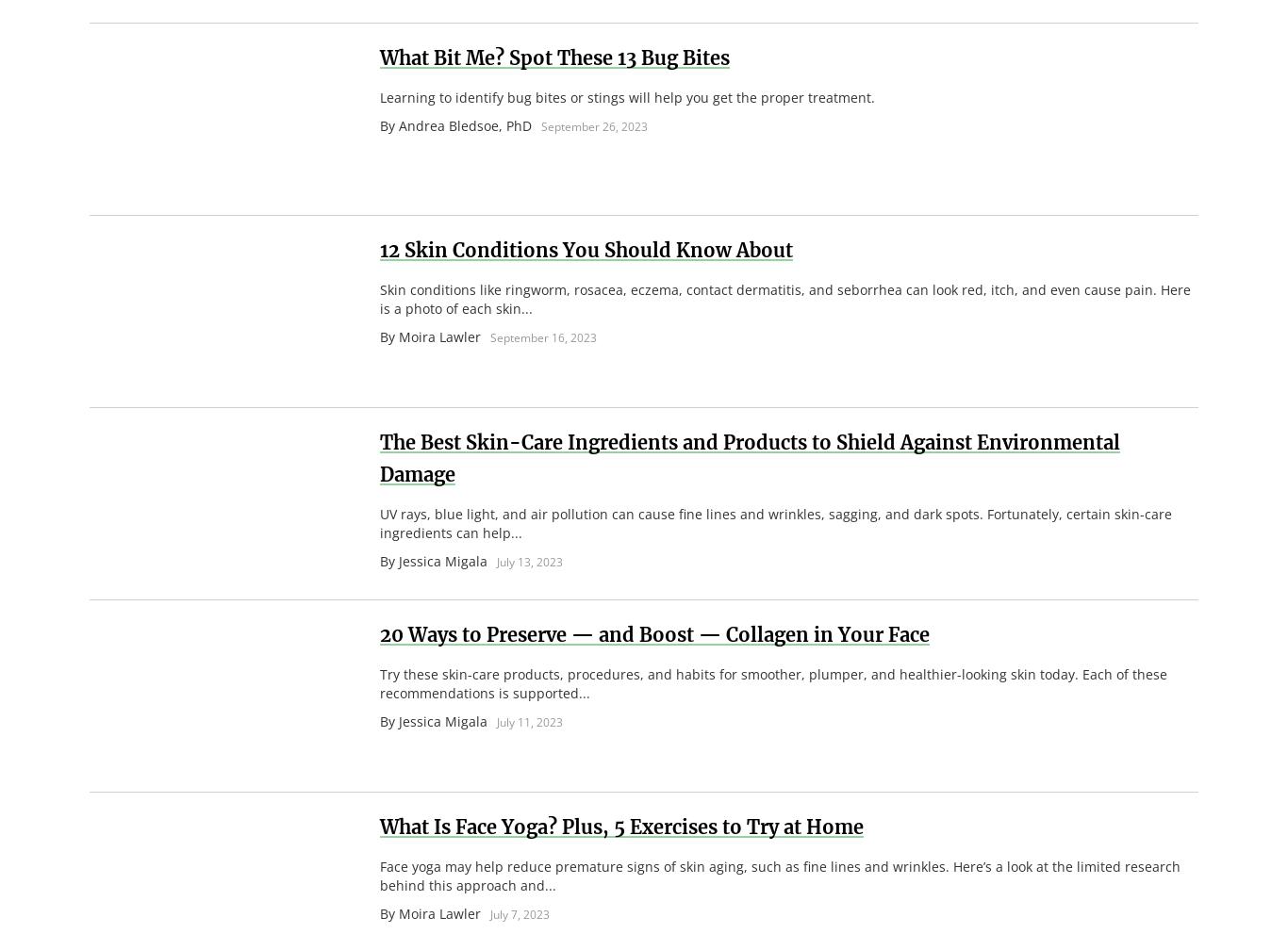 This screenshot has height=950, width=1288. Describe the element at coordinates (553, 57) in the screenshot. I see `'What Bit Me? Spot These 13 Bug Bites'` at that location.